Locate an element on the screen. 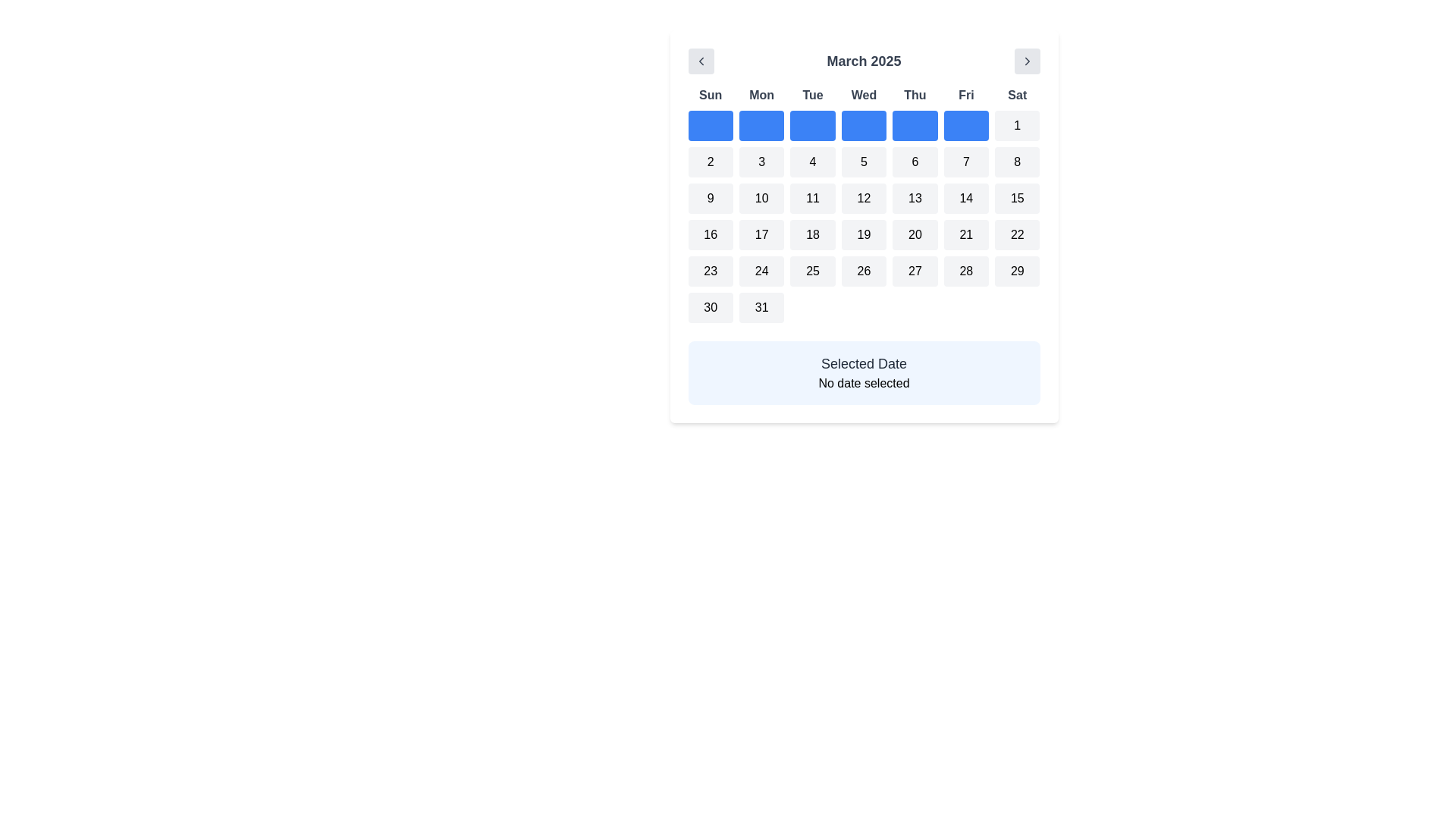 This screenshot has height=819, width=1456. the rectangular button with rounded corners labeled '25' is located at coordinates (812, 271).